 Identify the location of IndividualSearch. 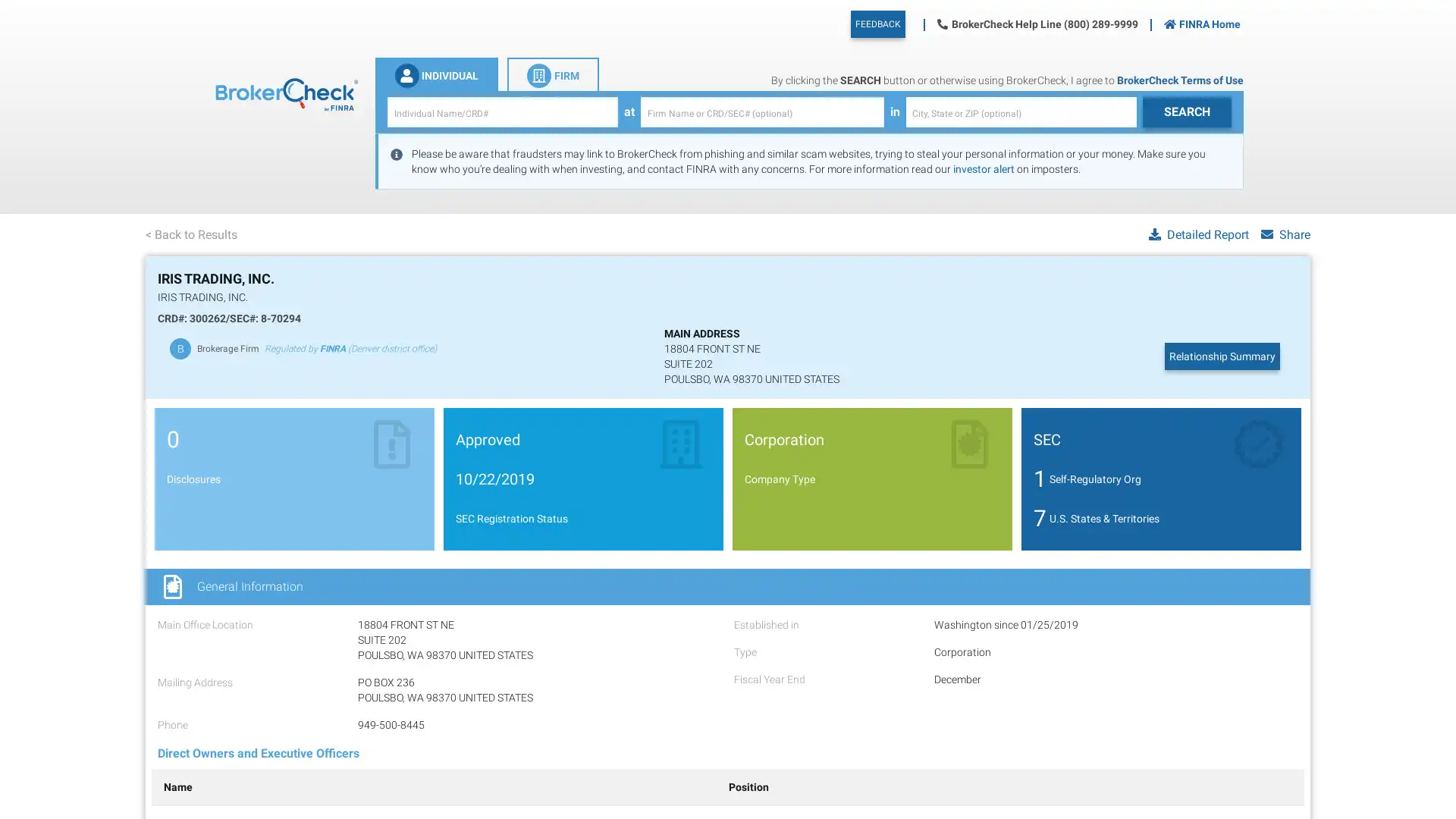
(1186, 111).